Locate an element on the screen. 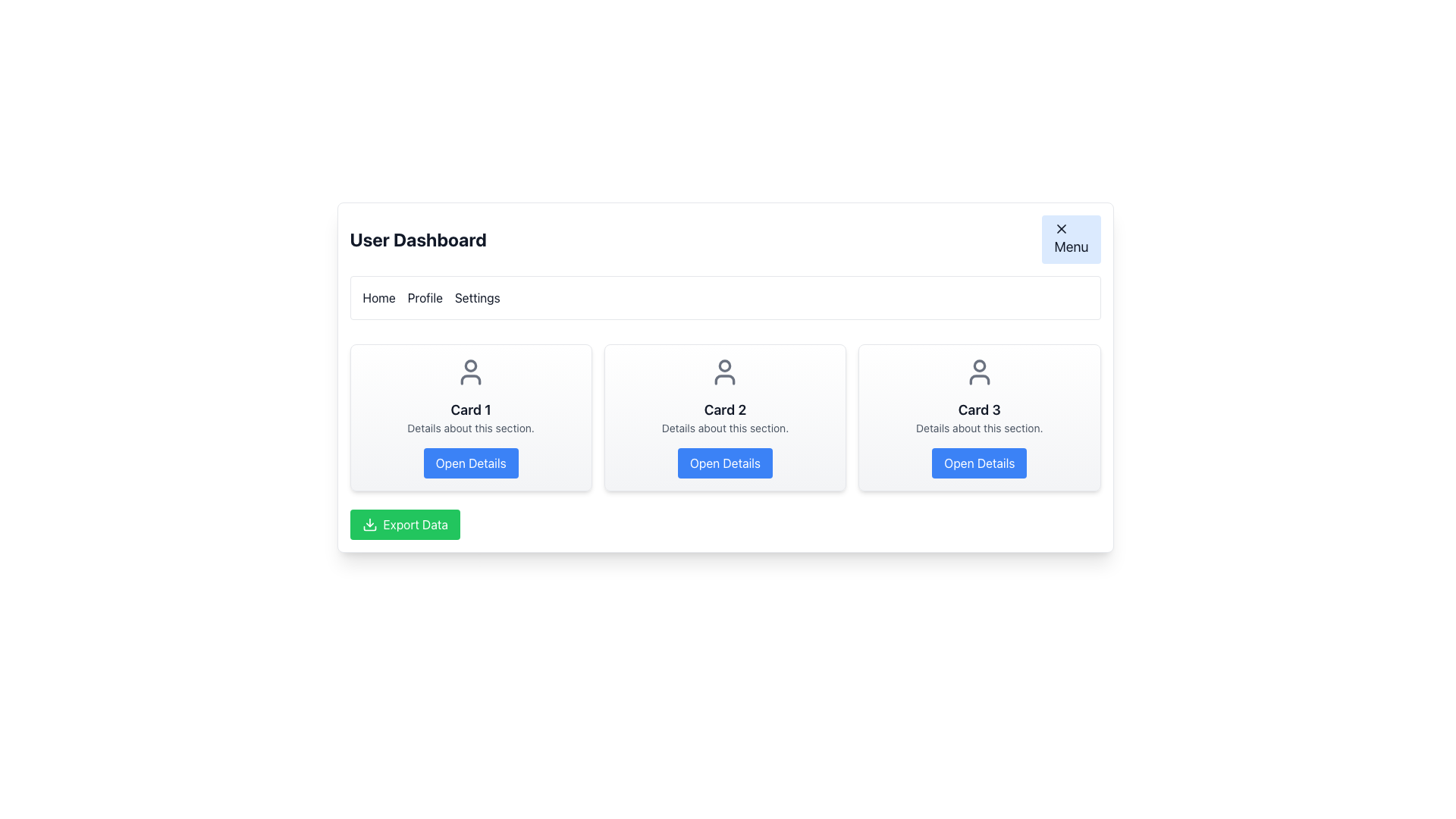  the third item in the horizontal navigation bar, which serves as a navigation button to redirect to the settings page is located at coordinates (476, 298).